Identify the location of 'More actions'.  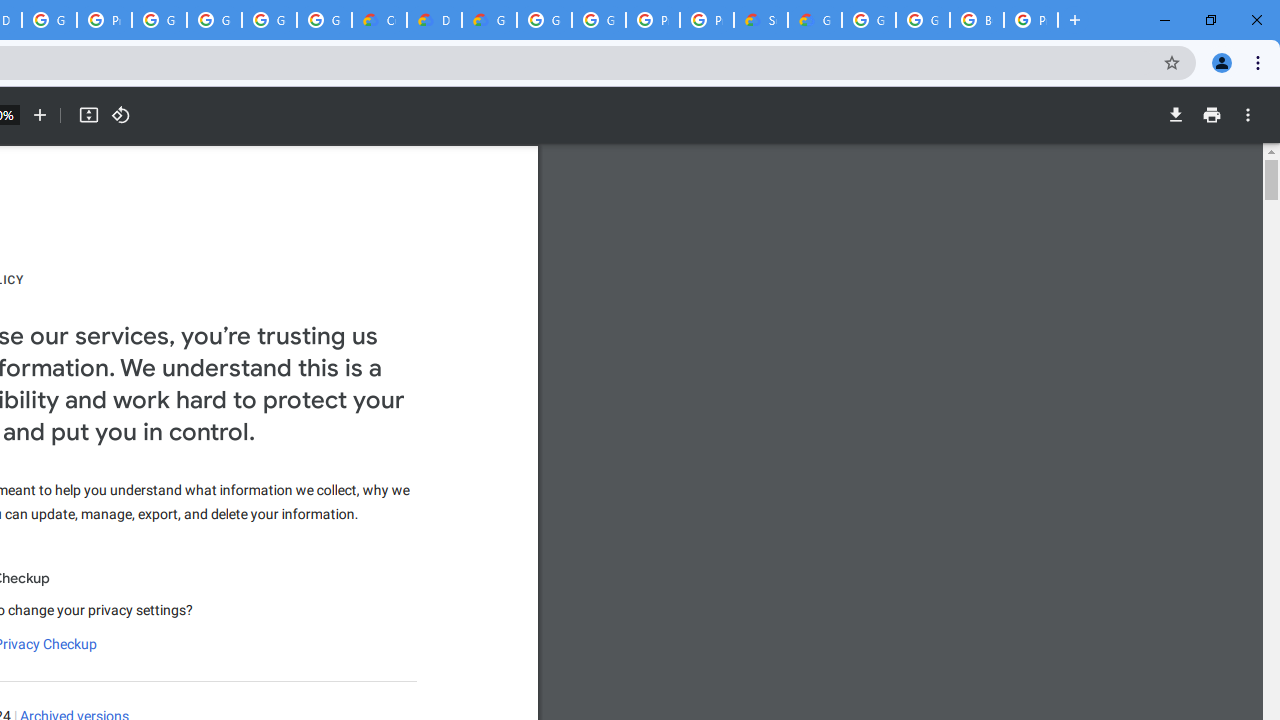
(1247, 115).